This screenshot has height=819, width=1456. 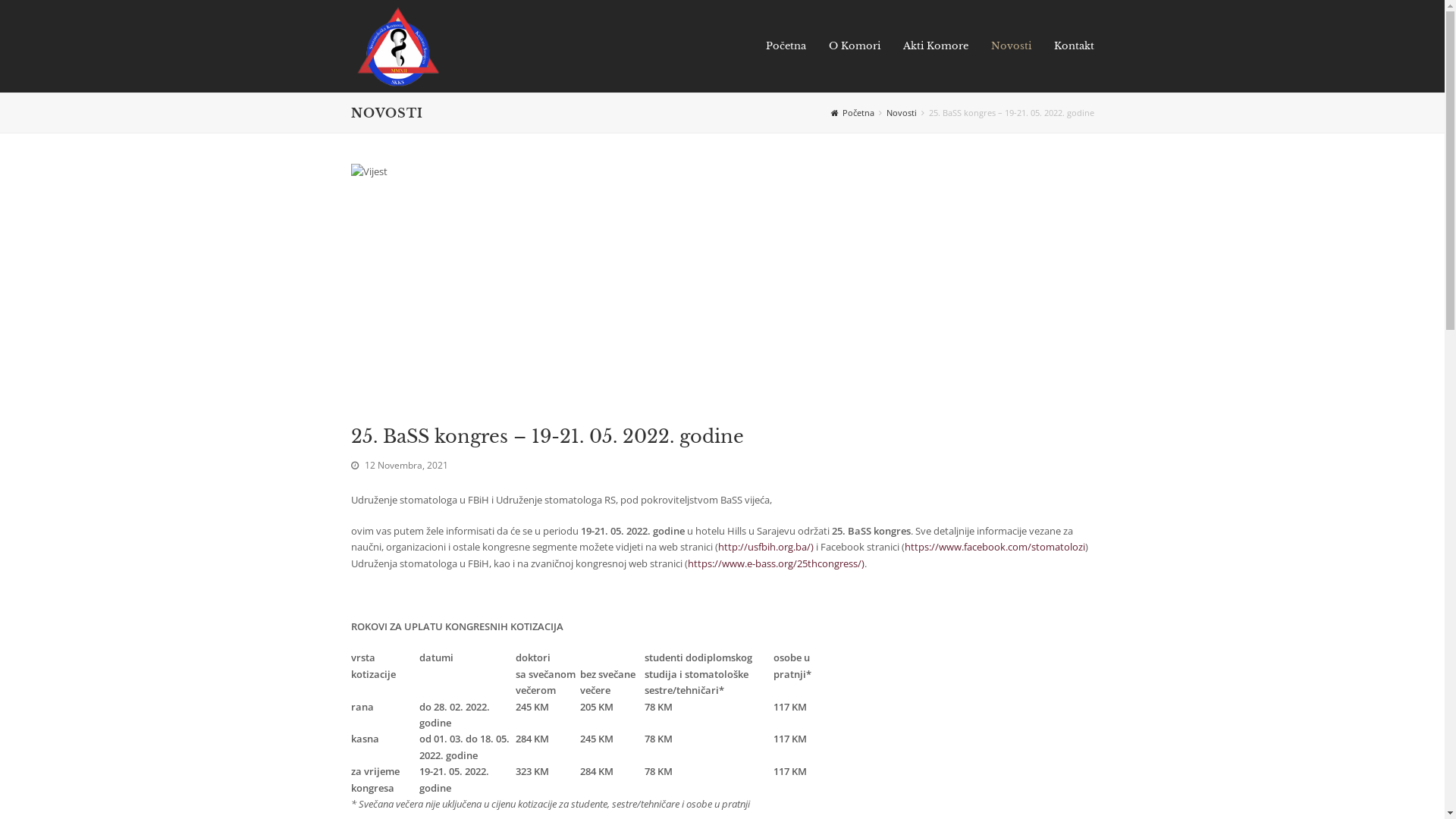 I want to click on 'Novosti', so click(x=1011, y=45).